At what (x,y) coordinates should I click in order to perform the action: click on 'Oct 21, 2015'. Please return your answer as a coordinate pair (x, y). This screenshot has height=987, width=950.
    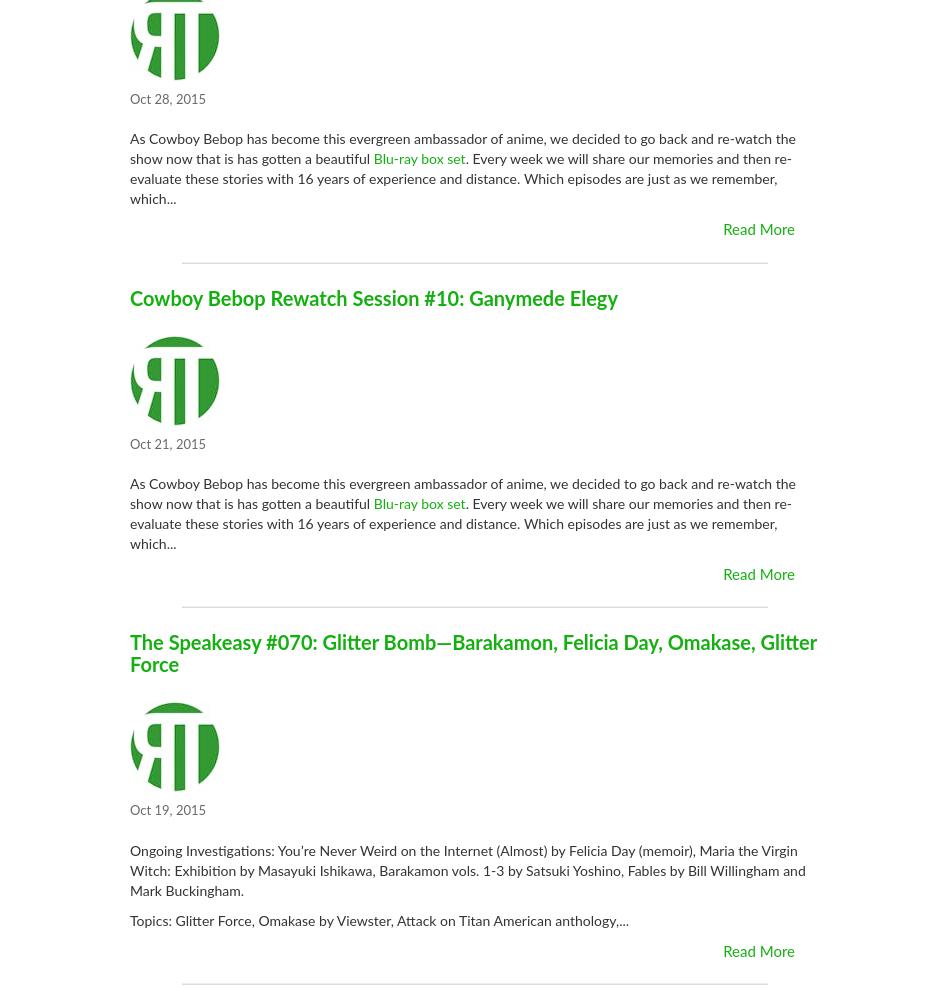
    Looking at the image, I should click on (167, 443).